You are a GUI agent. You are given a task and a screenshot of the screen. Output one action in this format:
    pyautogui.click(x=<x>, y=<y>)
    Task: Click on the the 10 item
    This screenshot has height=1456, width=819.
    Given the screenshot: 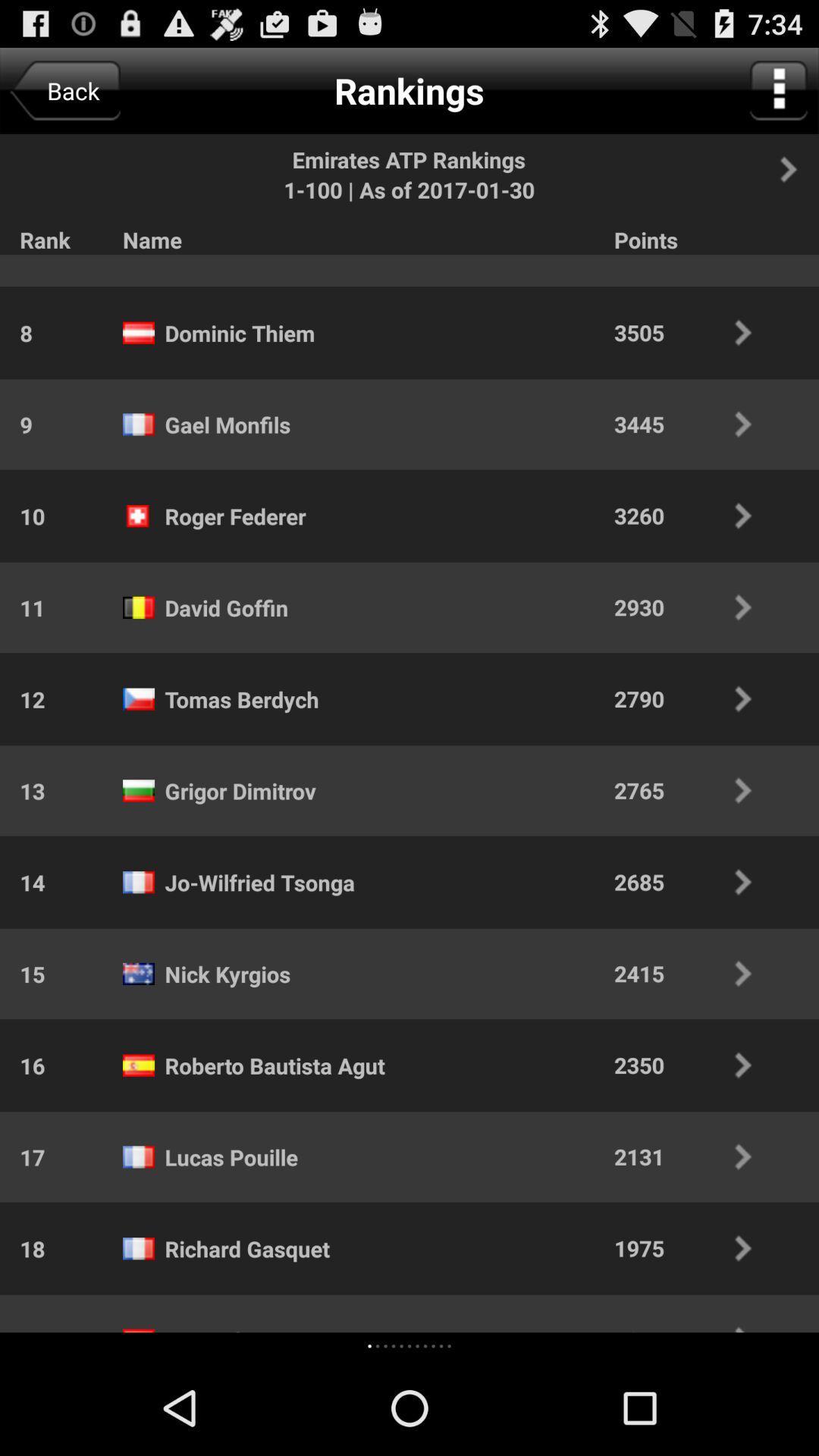 What is the action you would take?
    pyautogui.click(x=22, y=516)
    